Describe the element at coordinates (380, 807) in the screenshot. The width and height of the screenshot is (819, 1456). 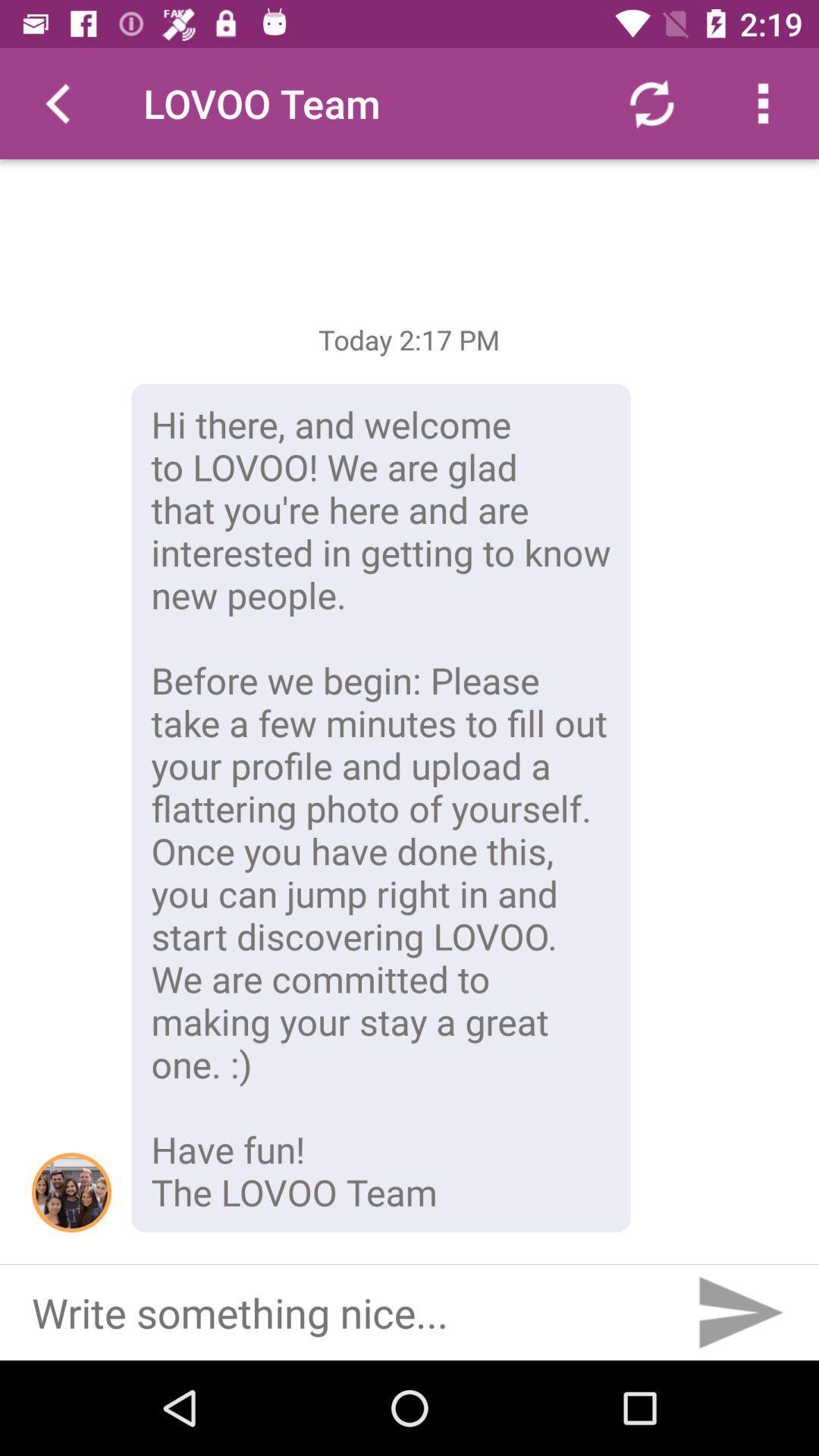
I see `the hi there and item` at that location.